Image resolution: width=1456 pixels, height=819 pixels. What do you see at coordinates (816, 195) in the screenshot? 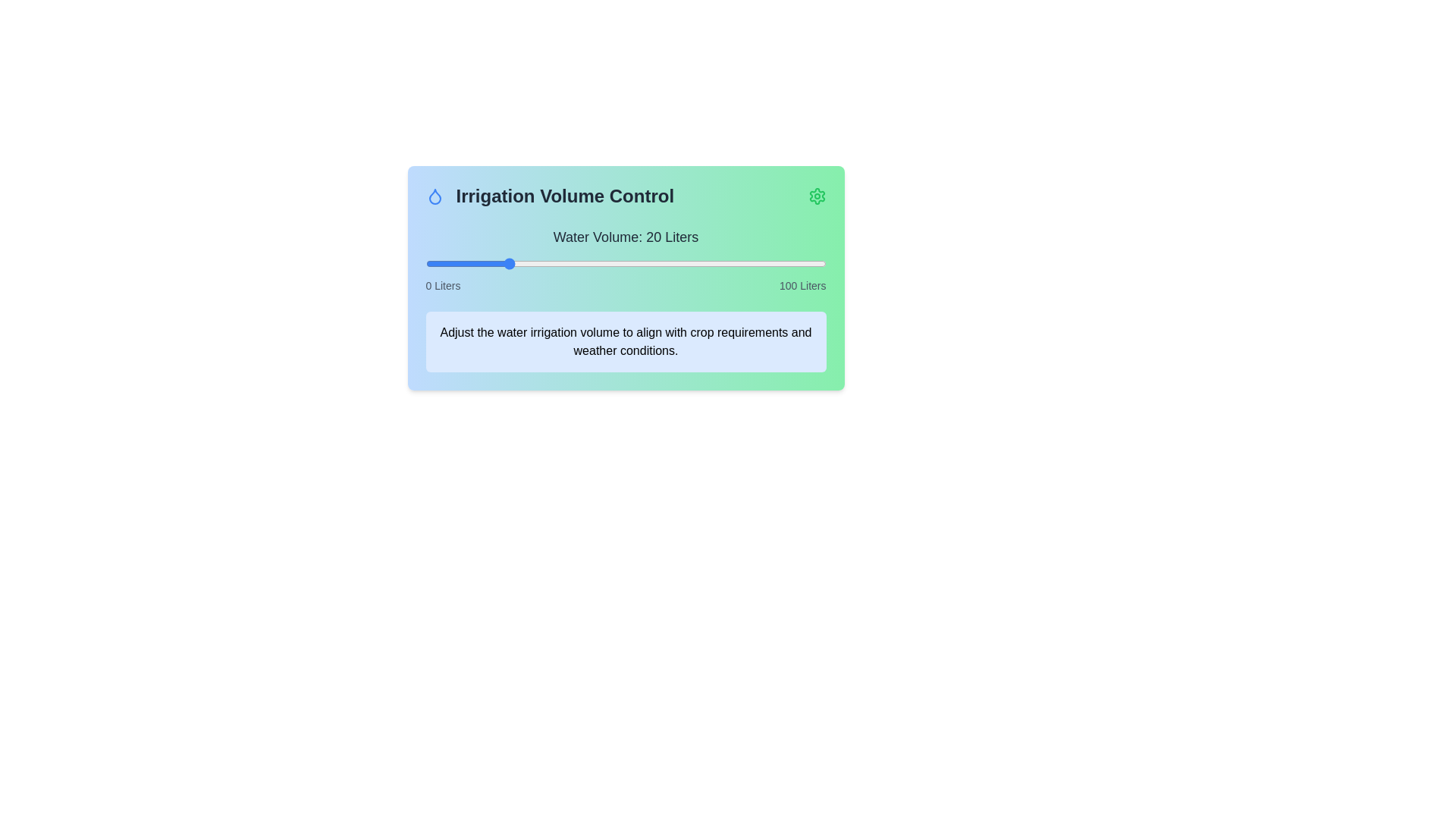
I see `the settings icon` at bounding box center [816, 195].